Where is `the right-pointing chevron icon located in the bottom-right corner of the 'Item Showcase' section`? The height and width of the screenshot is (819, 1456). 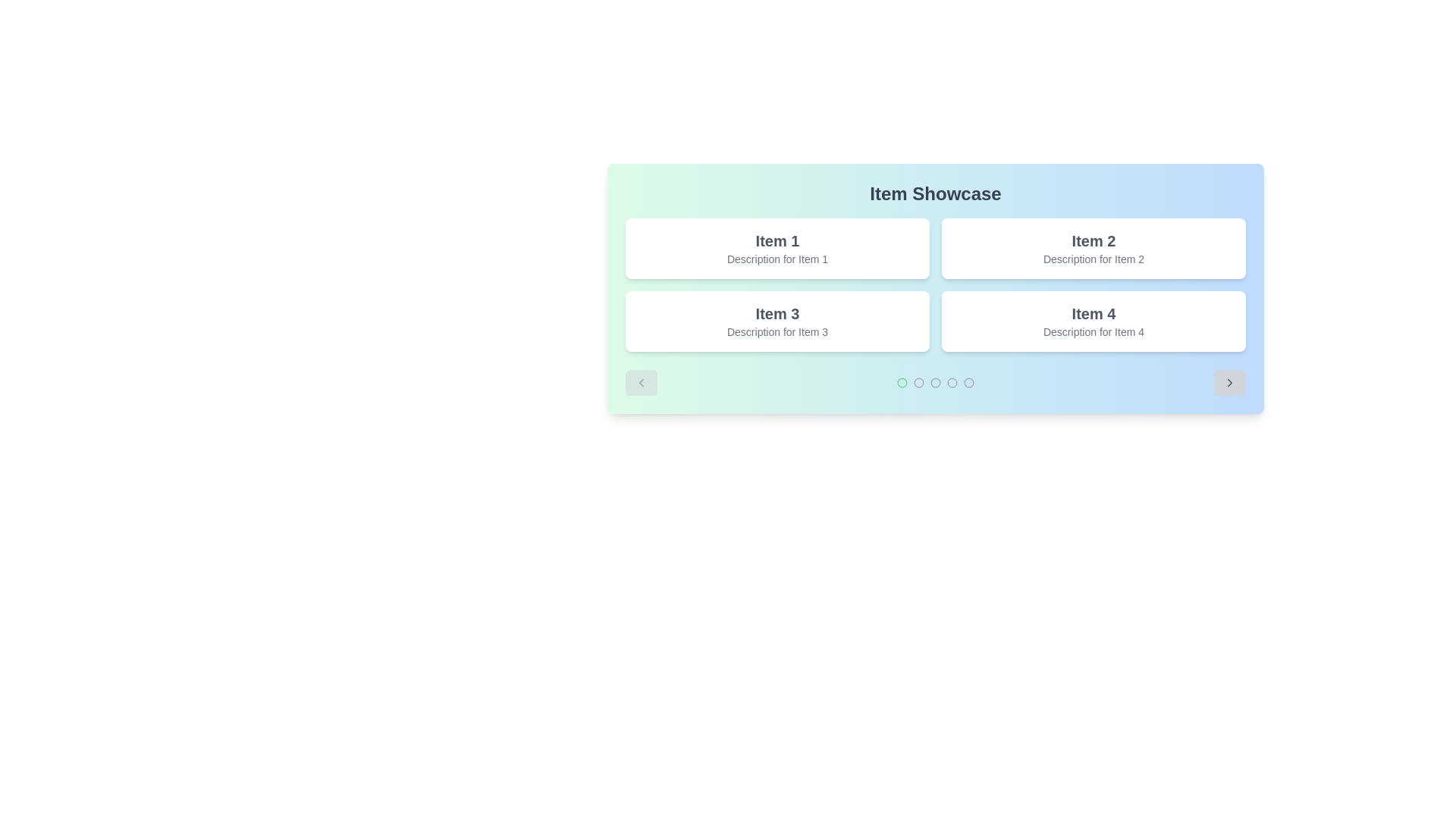 the right-pointing chevron icon located in the bottom-right corner of the 'Item Showcase' section is located at coordinates (1230, 382).